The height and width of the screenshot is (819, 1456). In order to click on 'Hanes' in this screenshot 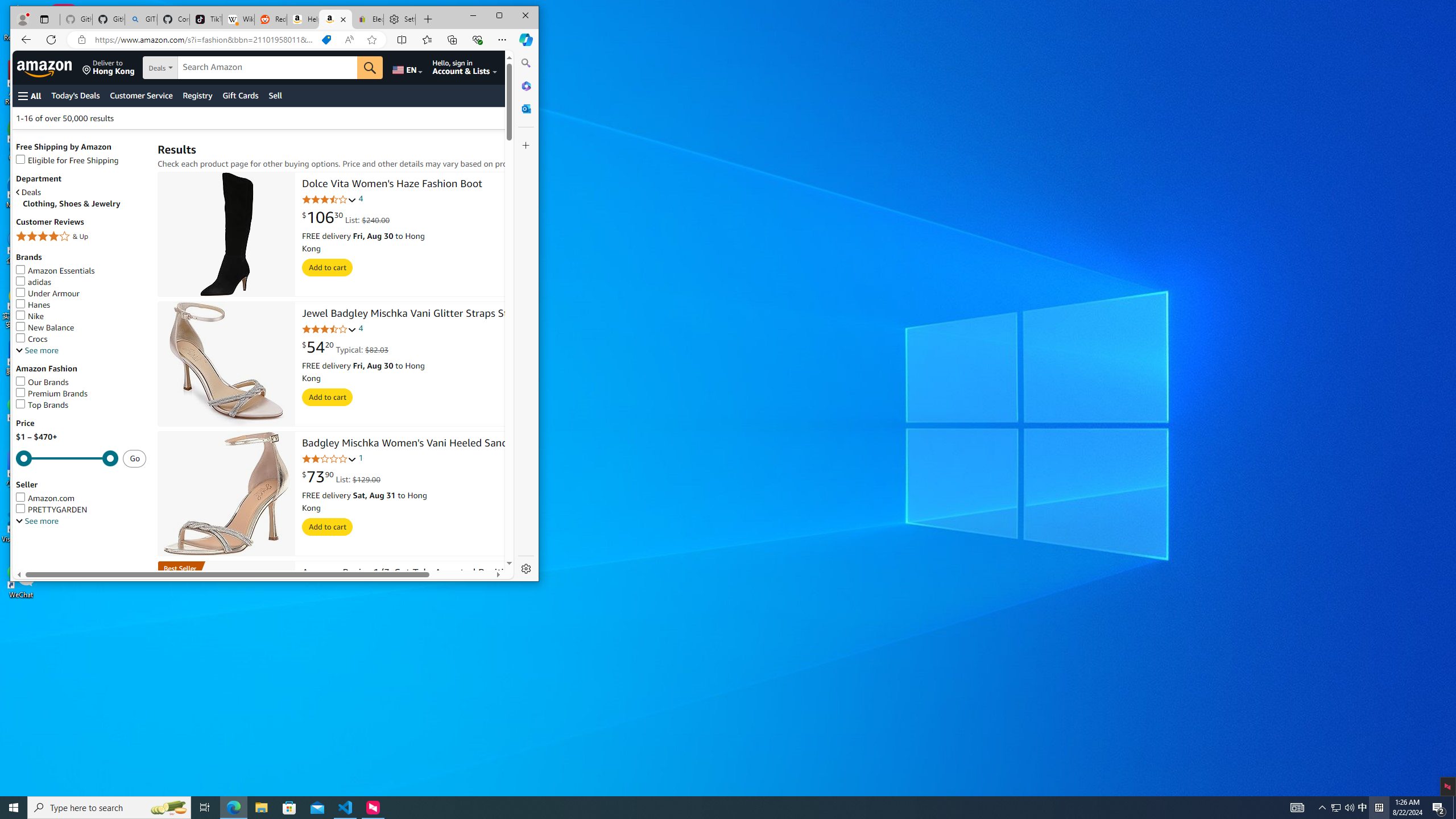, I will do `click(32, 304)`.